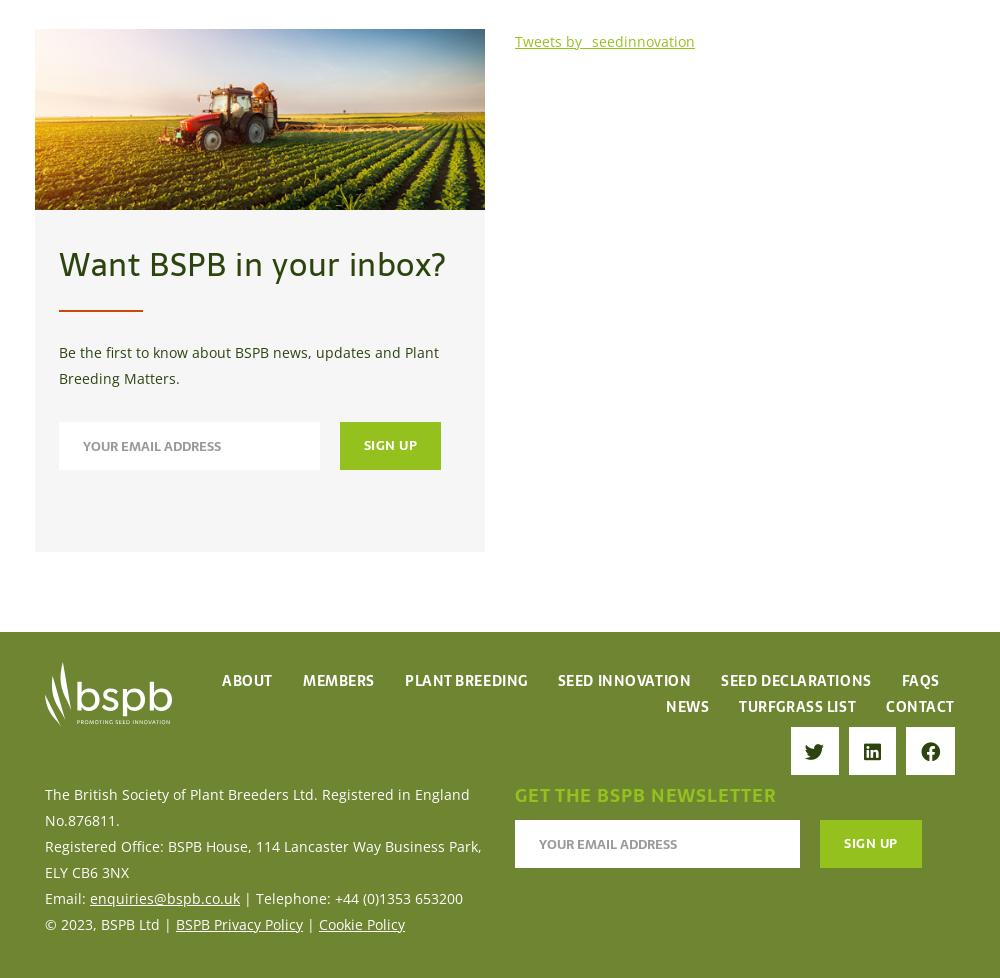  What do you see at coordinates (361, 922) in the screenshot?
I see `'Cookie Policy'` at bounding box center [361, 922].